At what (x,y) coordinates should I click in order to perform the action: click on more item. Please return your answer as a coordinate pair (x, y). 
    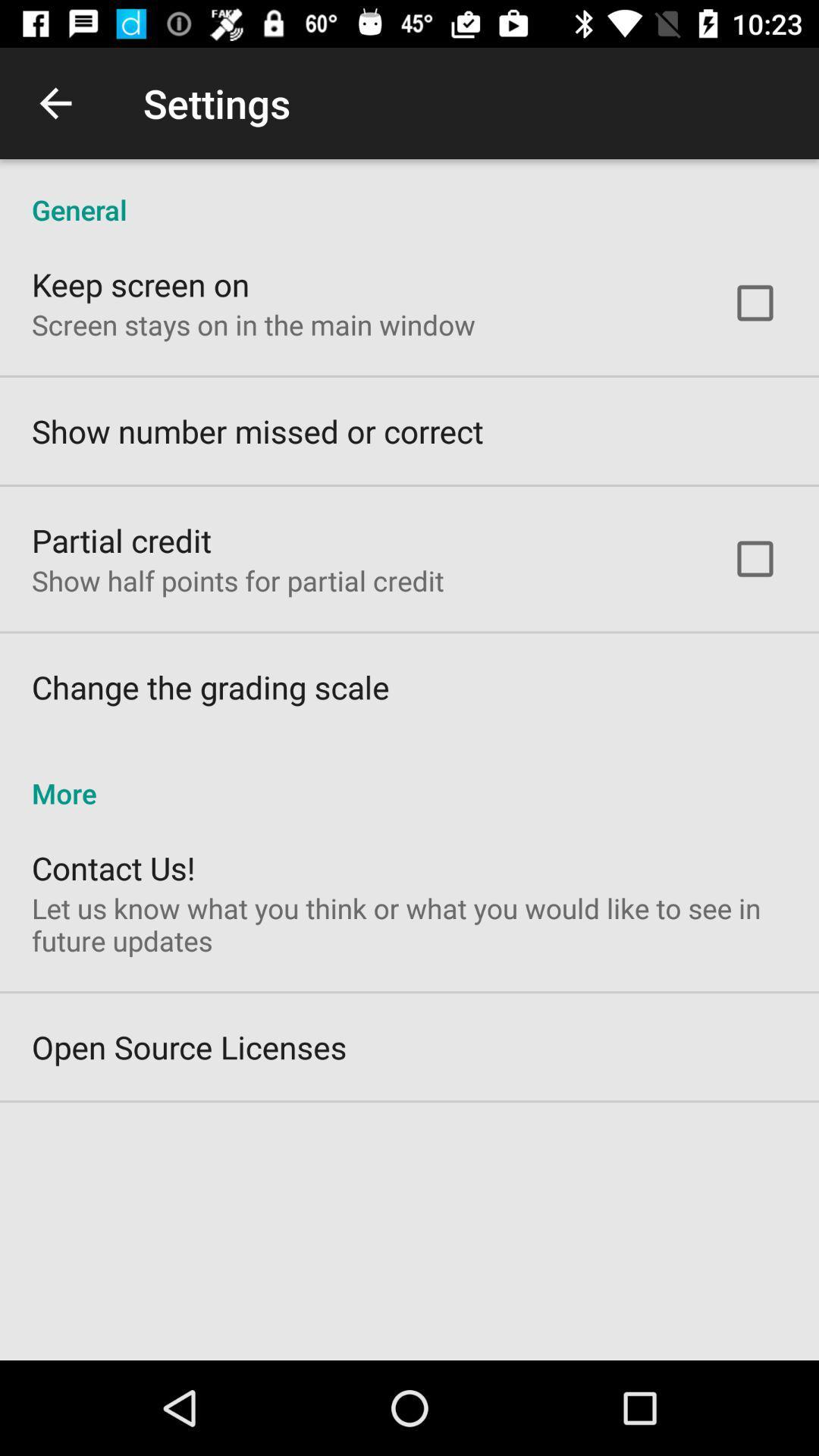
    Looking at the image, I should click on (409, 777).